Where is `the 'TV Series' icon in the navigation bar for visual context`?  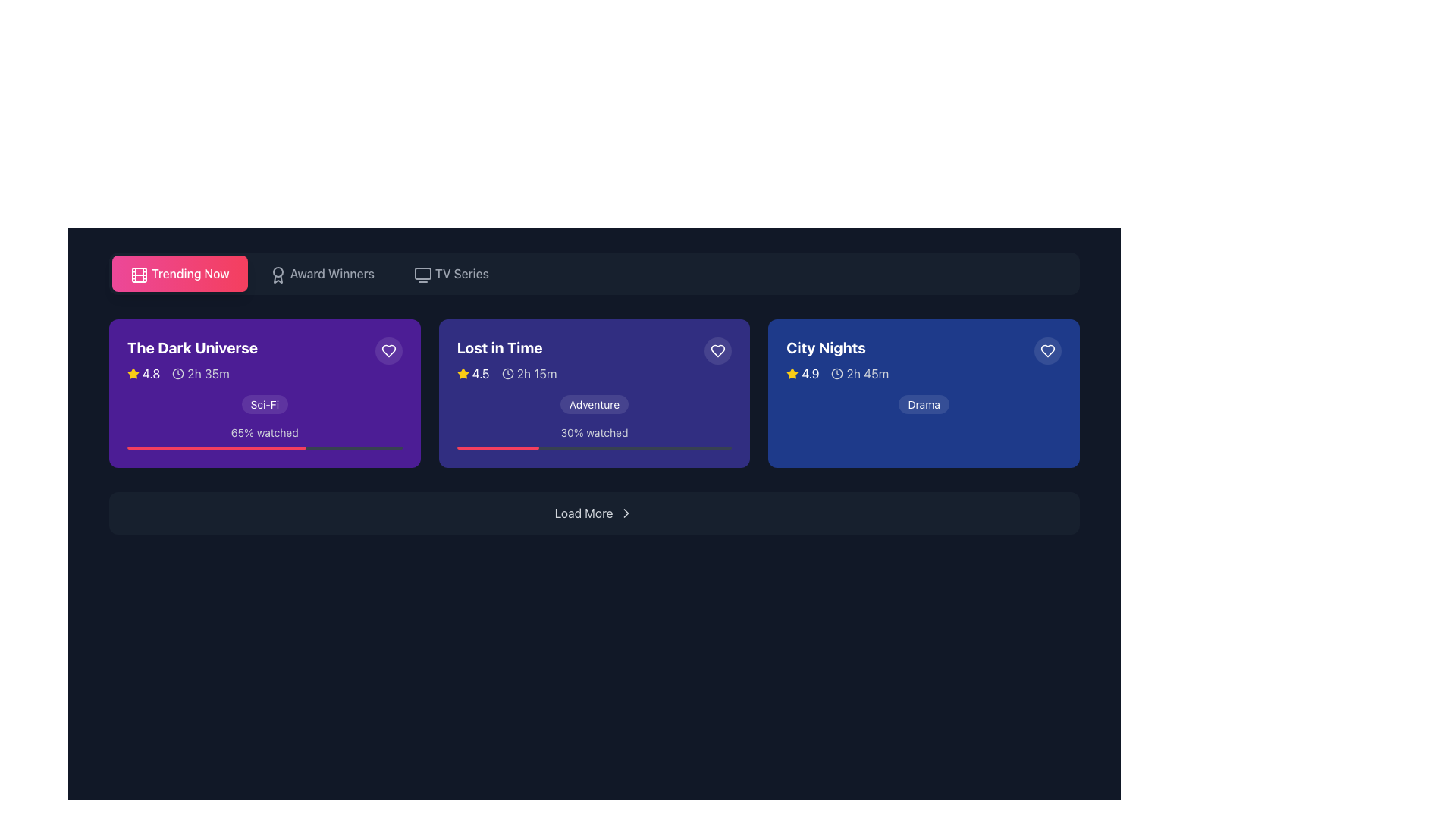 the 'TV Series' icon in the navigation bar for visual context is located at coordinates (421, 274).